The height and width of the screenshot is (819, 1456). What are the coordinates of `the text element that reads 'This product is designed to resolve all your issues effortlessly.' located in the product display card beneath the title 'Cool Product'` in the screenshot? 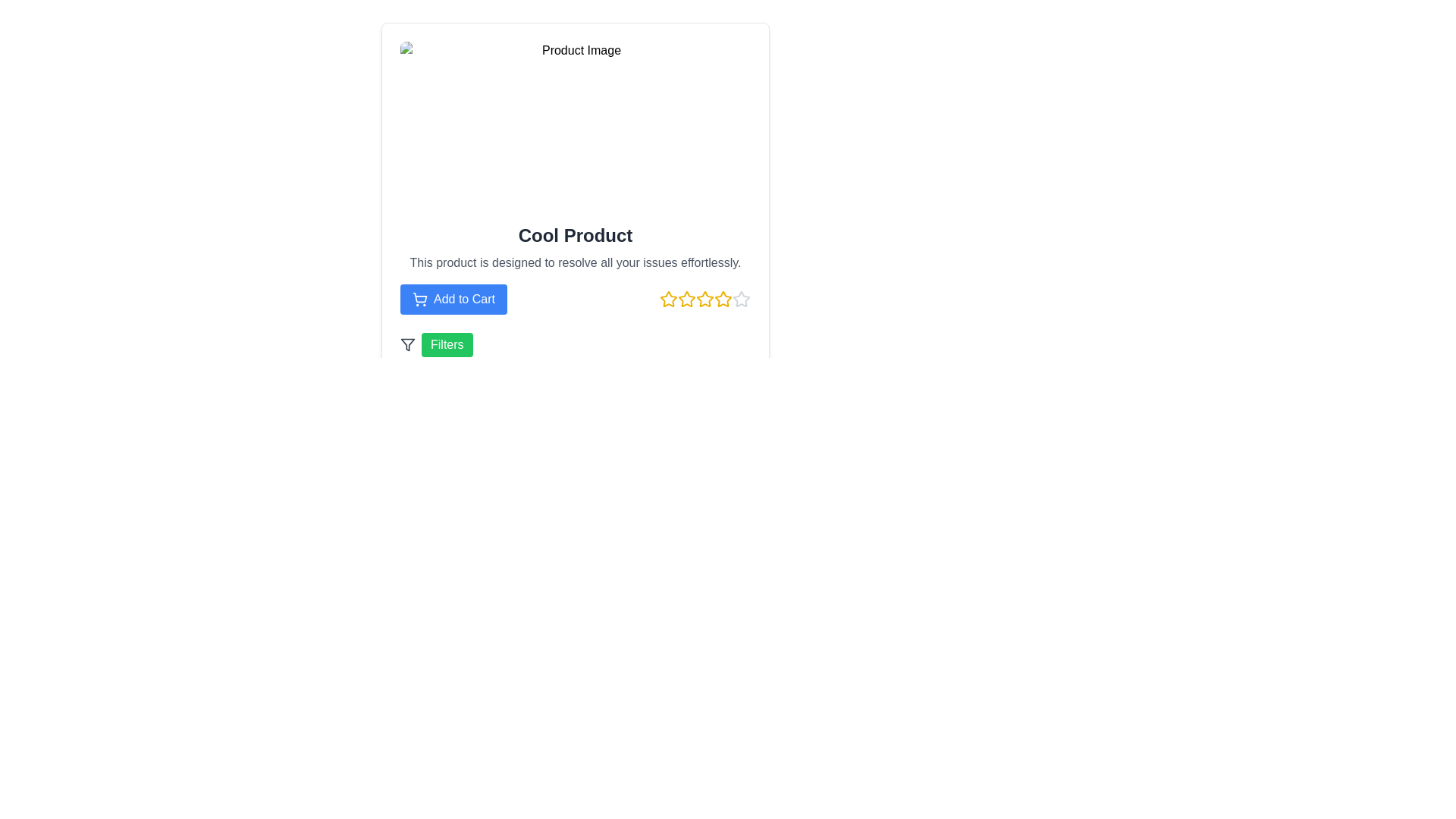 It's located at (574, 262).